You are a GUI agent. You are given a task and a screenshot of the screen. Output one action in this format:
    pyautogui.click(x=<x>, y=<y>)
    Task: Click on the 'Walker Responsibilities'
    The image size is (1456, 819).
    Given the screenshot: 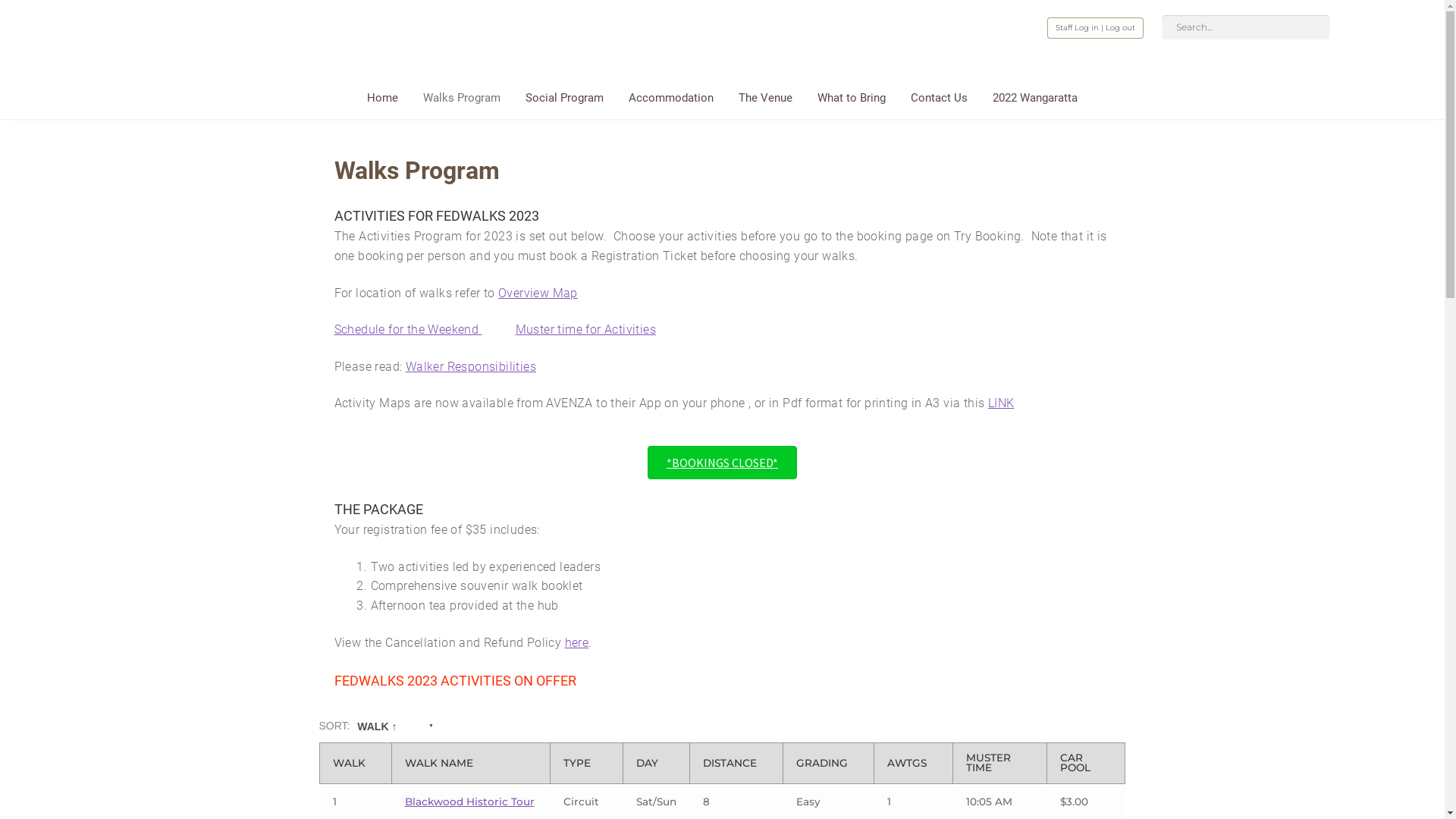 What is the action you would take?
    pyautogui.click(x=469, y=366)
    